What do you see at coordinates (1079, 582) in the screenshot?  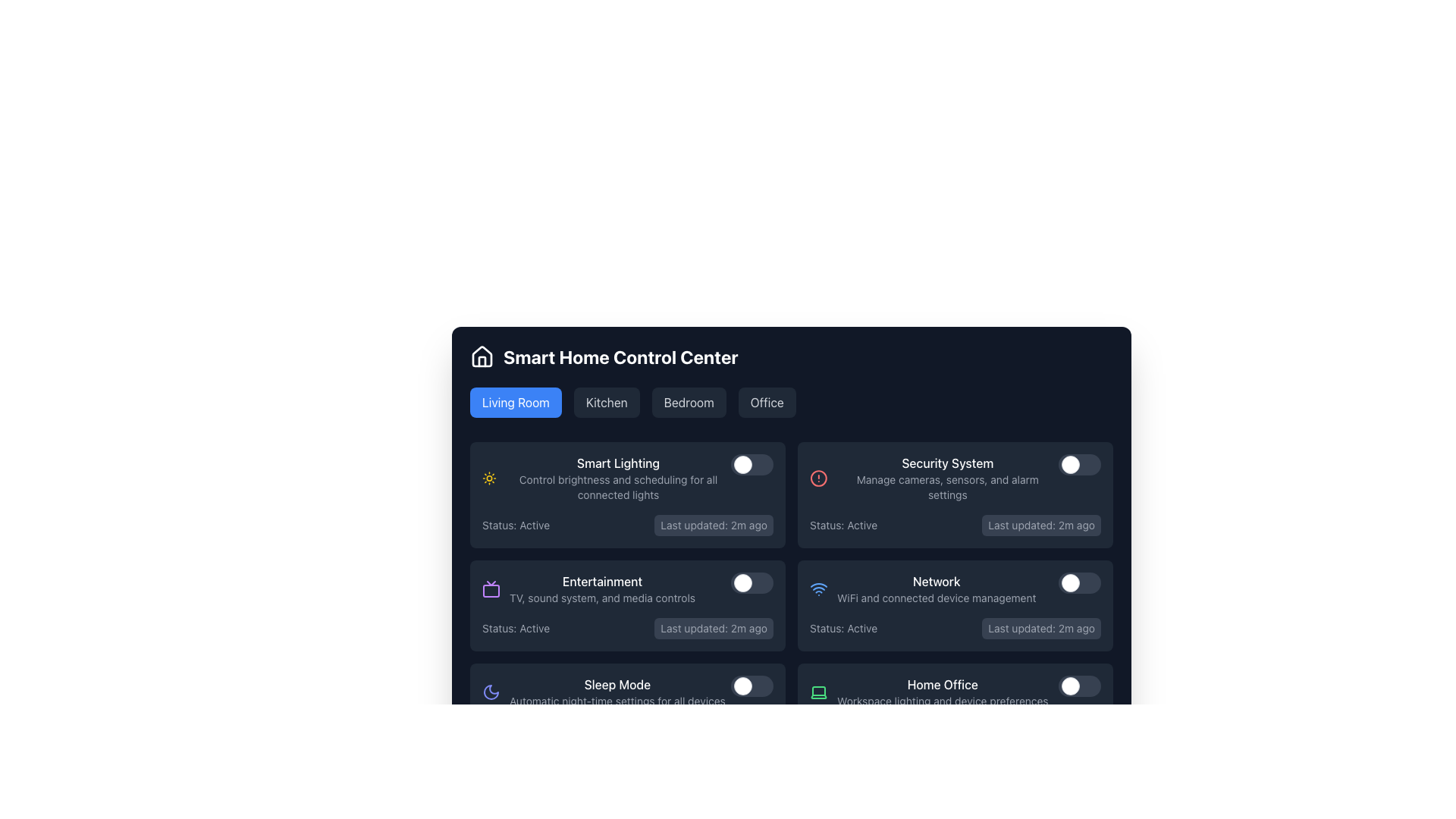 I see `the toggle switch used to enable or disable the 'Network' functionality in the smart home control system` at bounding box center [1079, 582].